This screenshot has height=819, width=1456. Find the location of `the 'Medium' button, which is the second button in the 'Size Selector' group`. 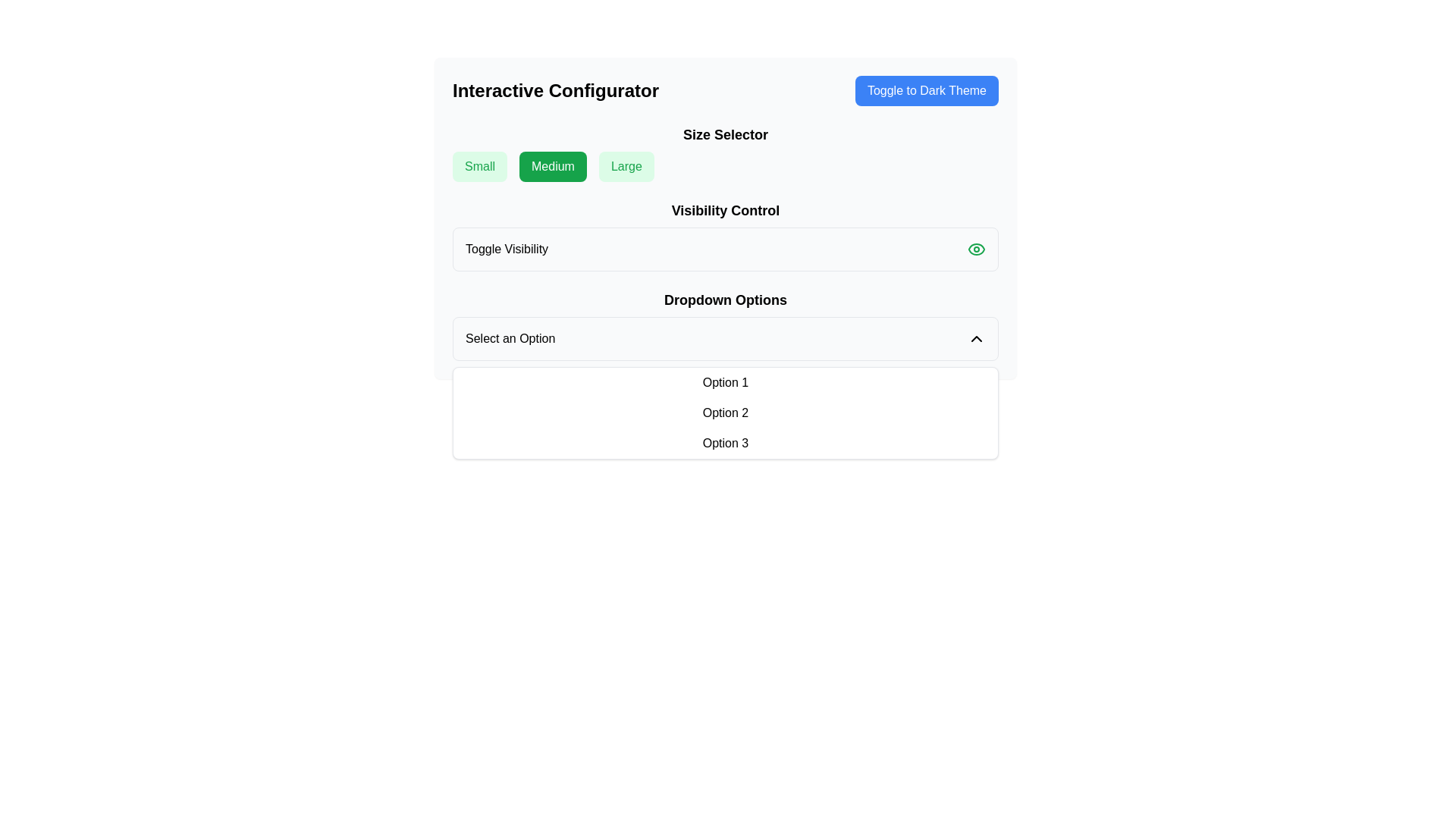

the 'Medium' button, which is the second button in the 'Size Selector' group is located at coordinates (552, 166).